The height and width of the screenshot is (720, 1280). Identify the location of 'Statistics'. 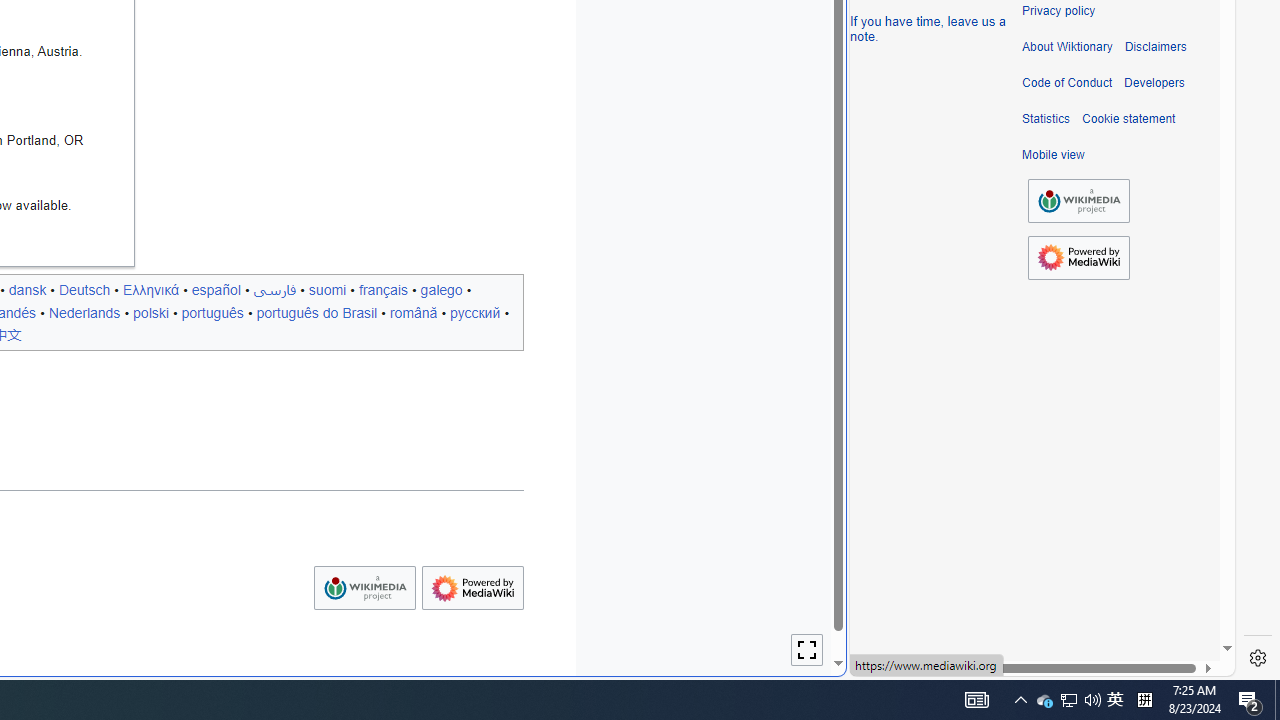
(1045, 119).